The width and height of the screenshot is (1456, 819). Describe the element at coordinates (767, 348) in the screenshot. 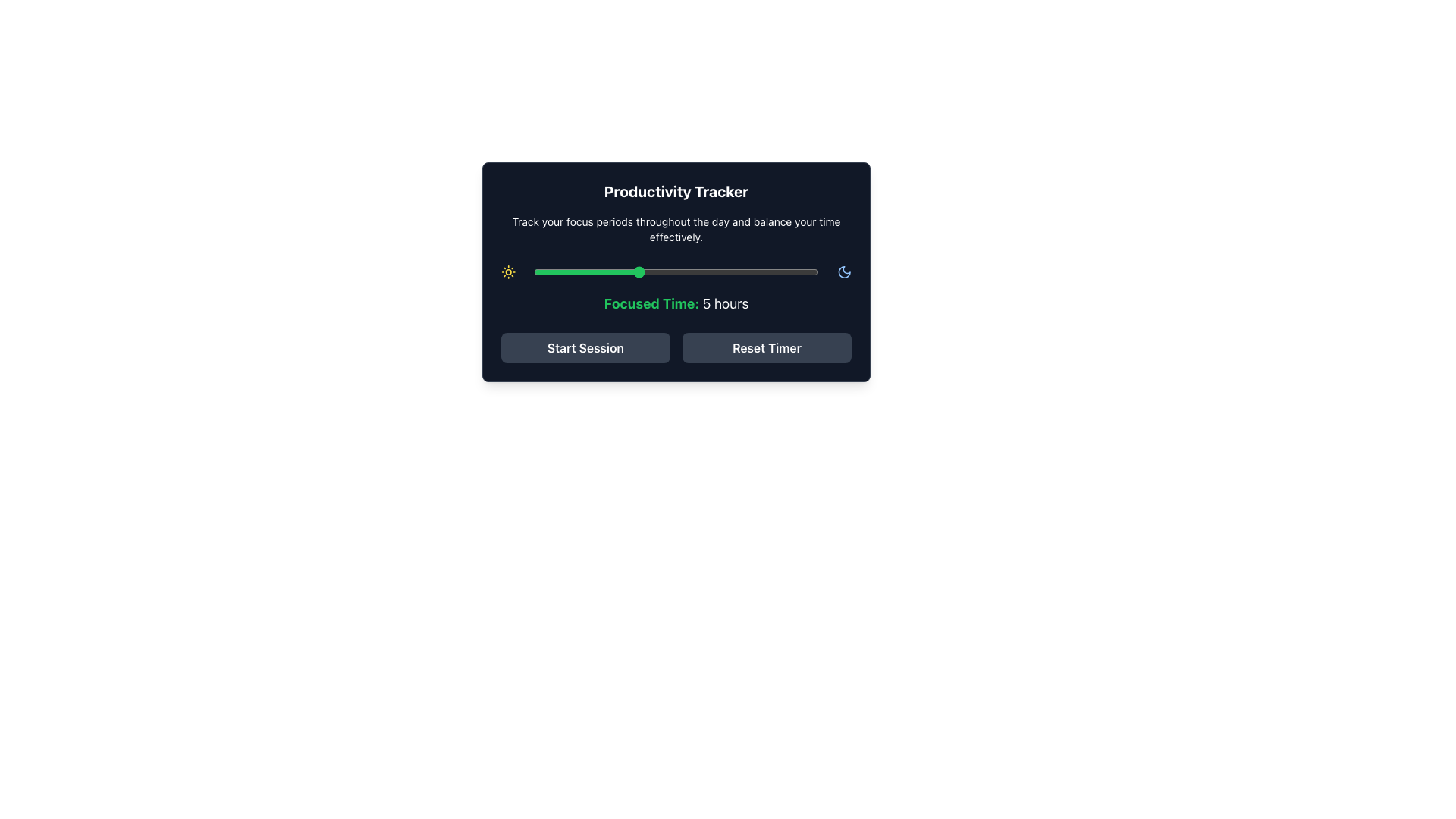

I see `the 'Reset Timer' button, which has a gray background, rounded edges, and bold white text, located in the bottom-right section of the central card to change its background color to red` at that location.